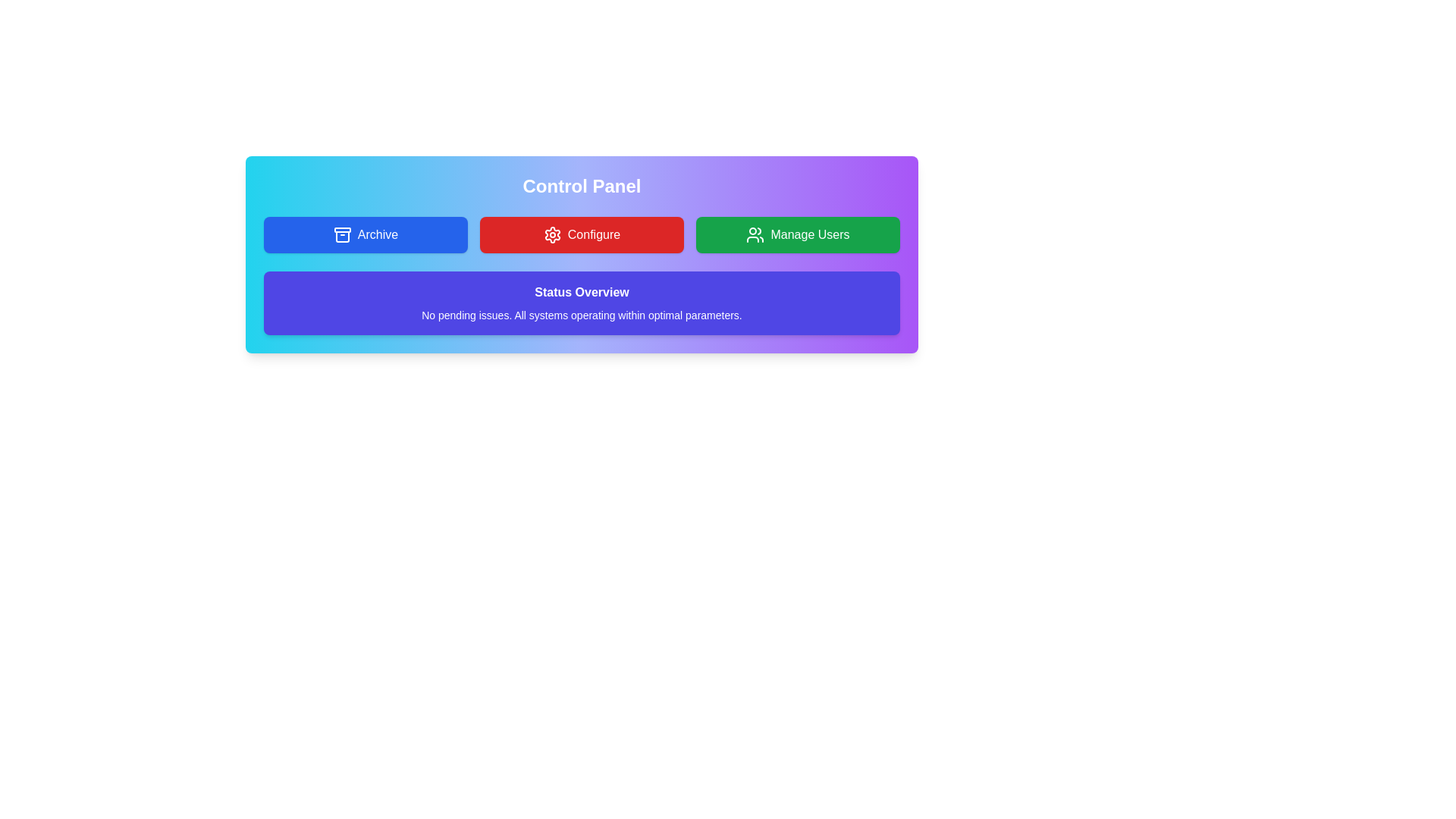  Describe the element at coordinates (551, 234) in the screenshot. I see `the gear icon representing the configuration function within the 'Configure' button, located between the 'Archive' and 'Manage Users' buttons` at that location.